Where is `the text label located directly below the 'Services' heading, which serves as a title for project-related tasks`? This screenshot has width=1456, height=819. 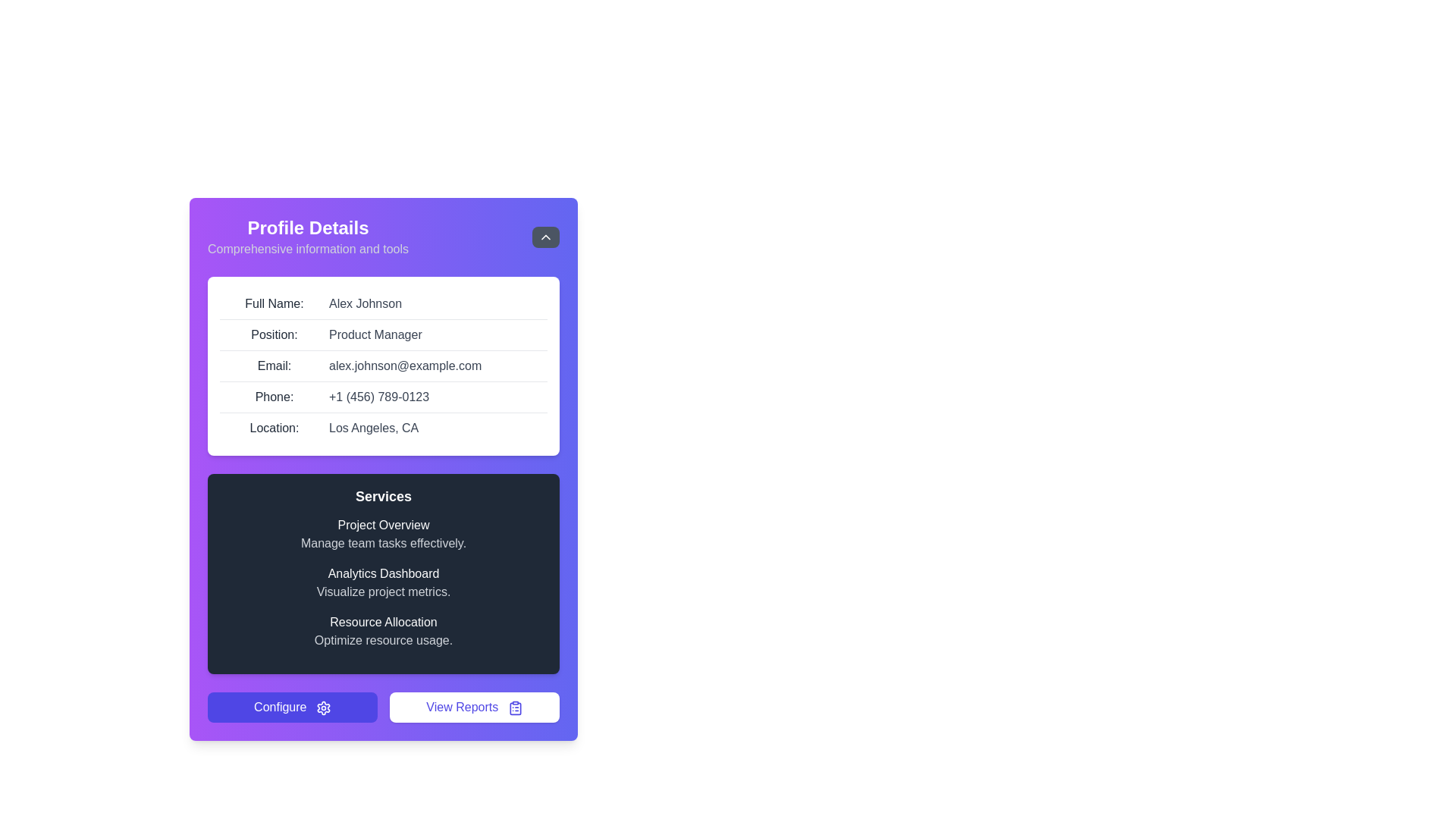
the text label located directly below the 'Services' heading, which serves as a title for project-related tasks is located at coordinates (383, 525).